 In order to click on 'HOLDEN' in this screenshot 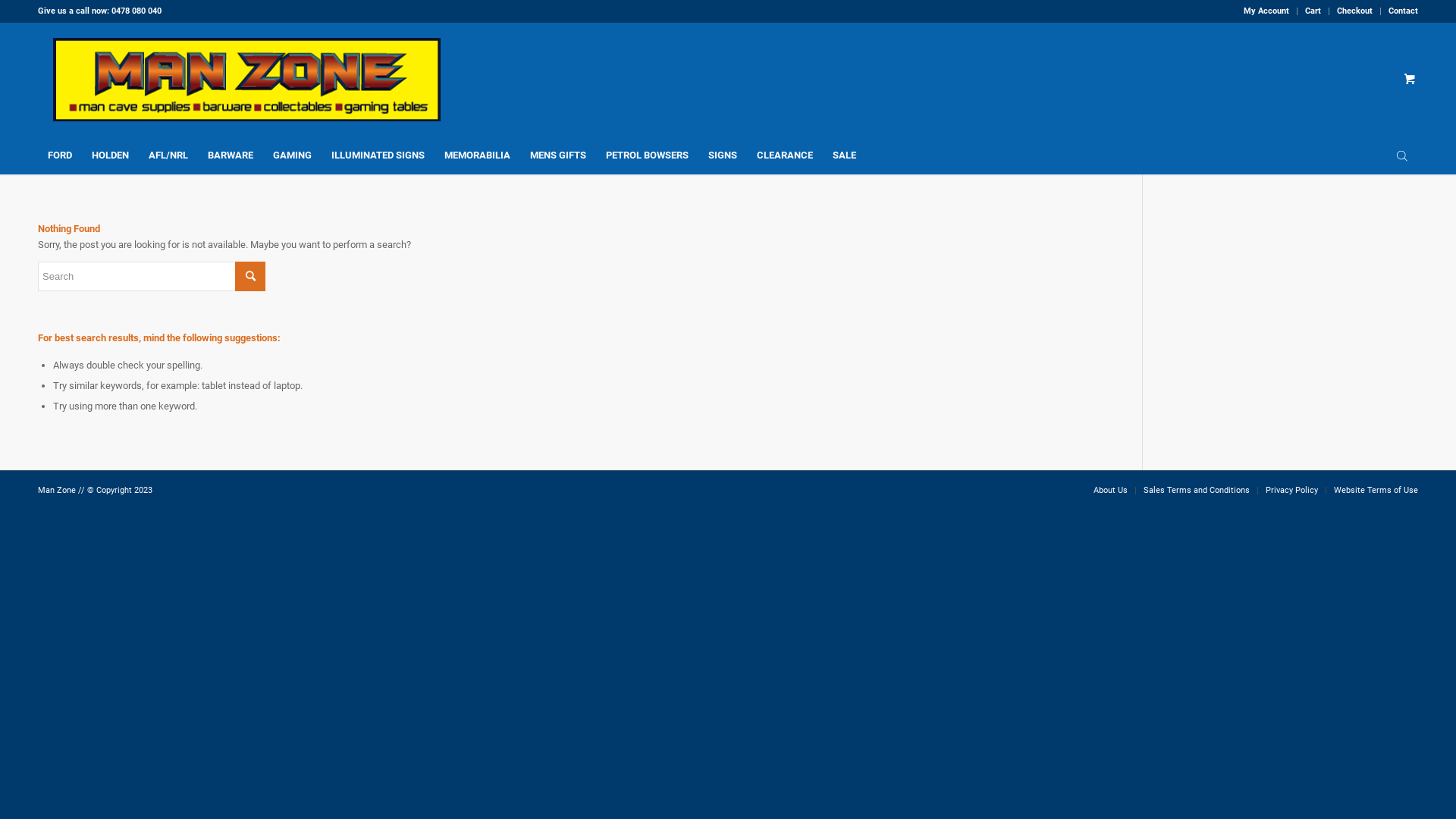, I will do `click(109, 155)`.